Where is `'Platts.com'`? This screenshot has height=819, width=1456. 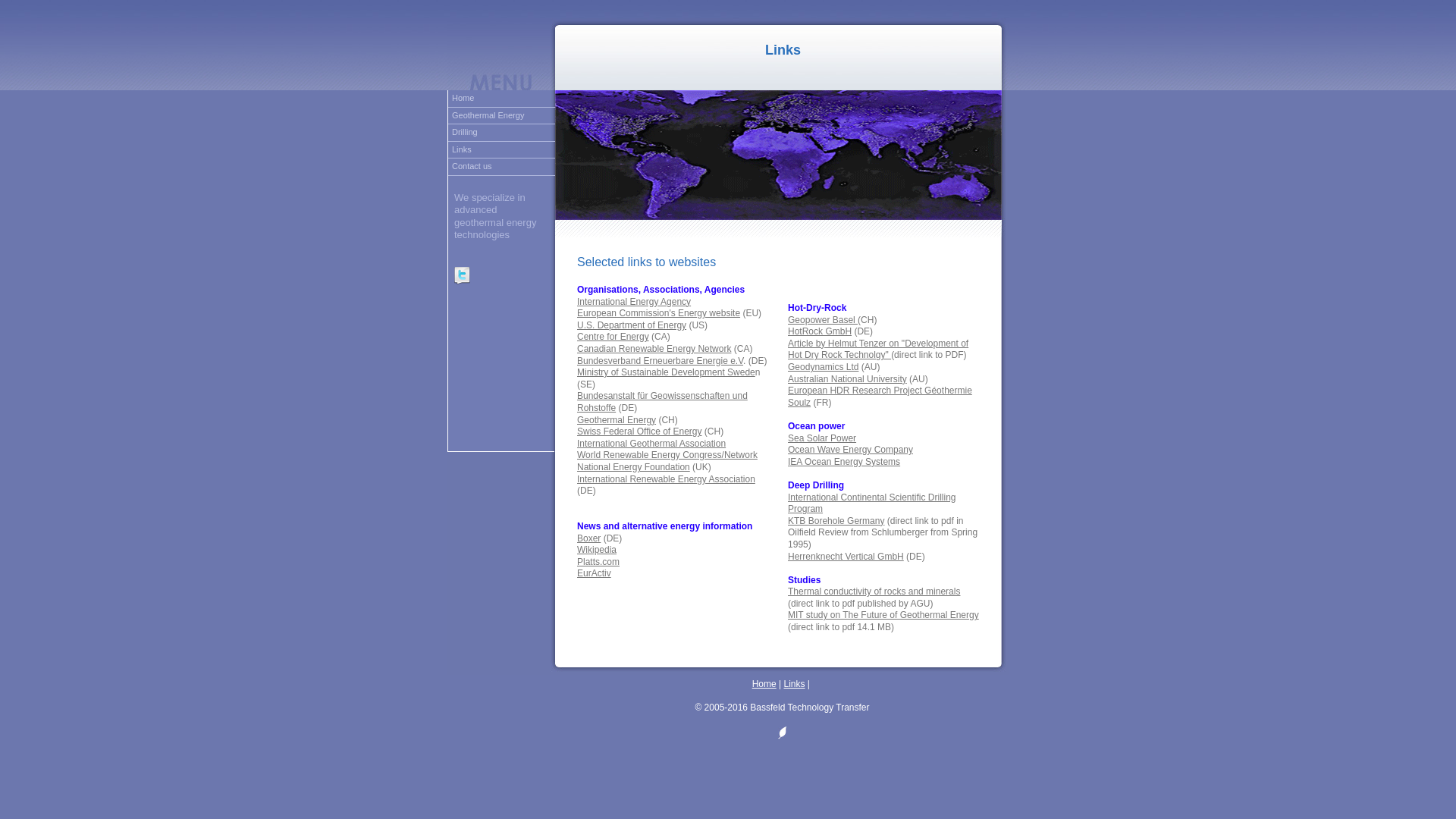
'Platts.com' is located at coordinates (597, 561).